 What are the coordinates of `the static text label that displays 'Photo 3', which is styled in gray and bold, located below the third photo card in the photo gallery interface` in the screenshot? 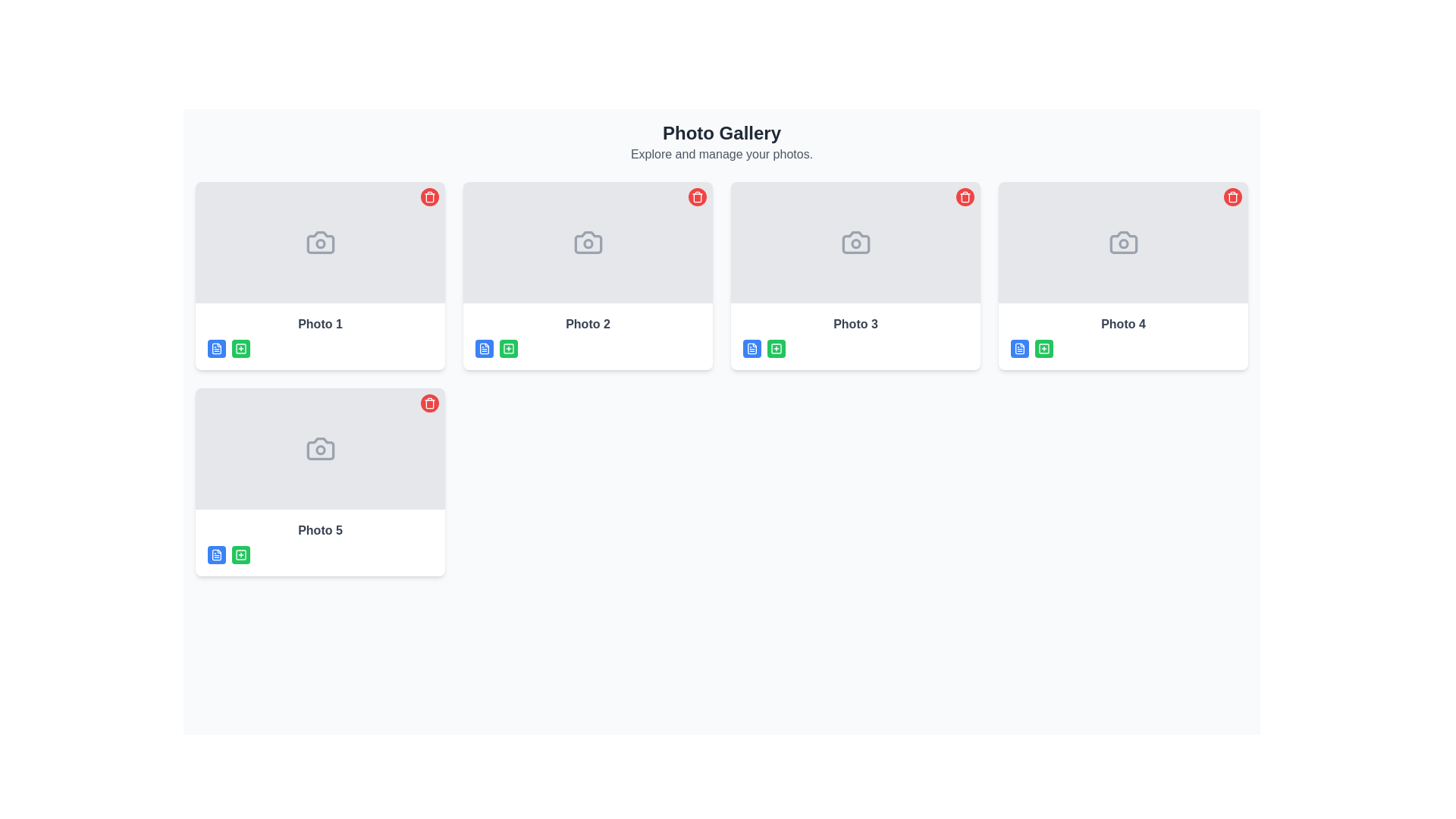 It's located at (855, 324).